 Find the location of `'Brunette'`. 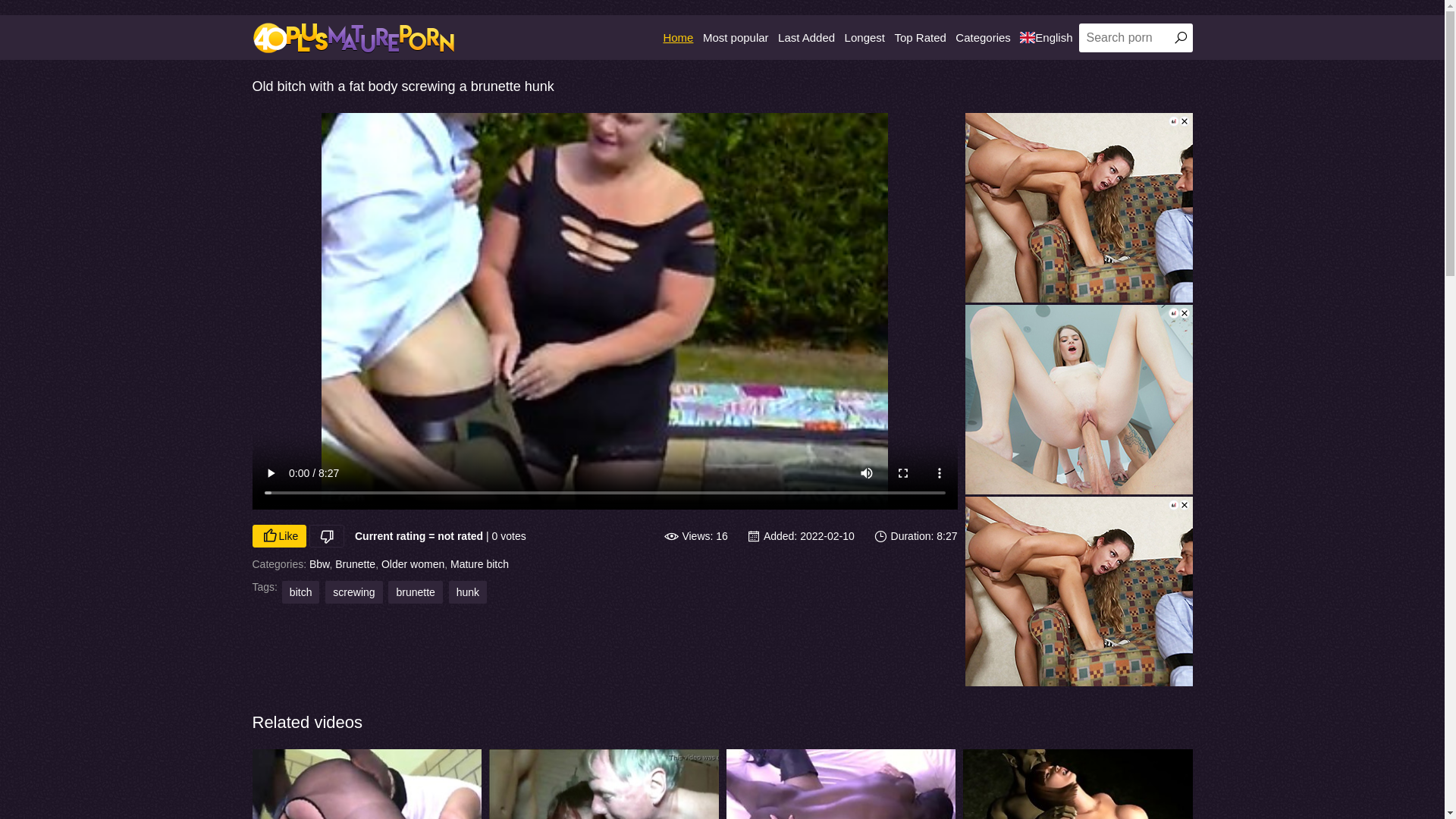

'Brunette' is located at coordinates (354, 564).